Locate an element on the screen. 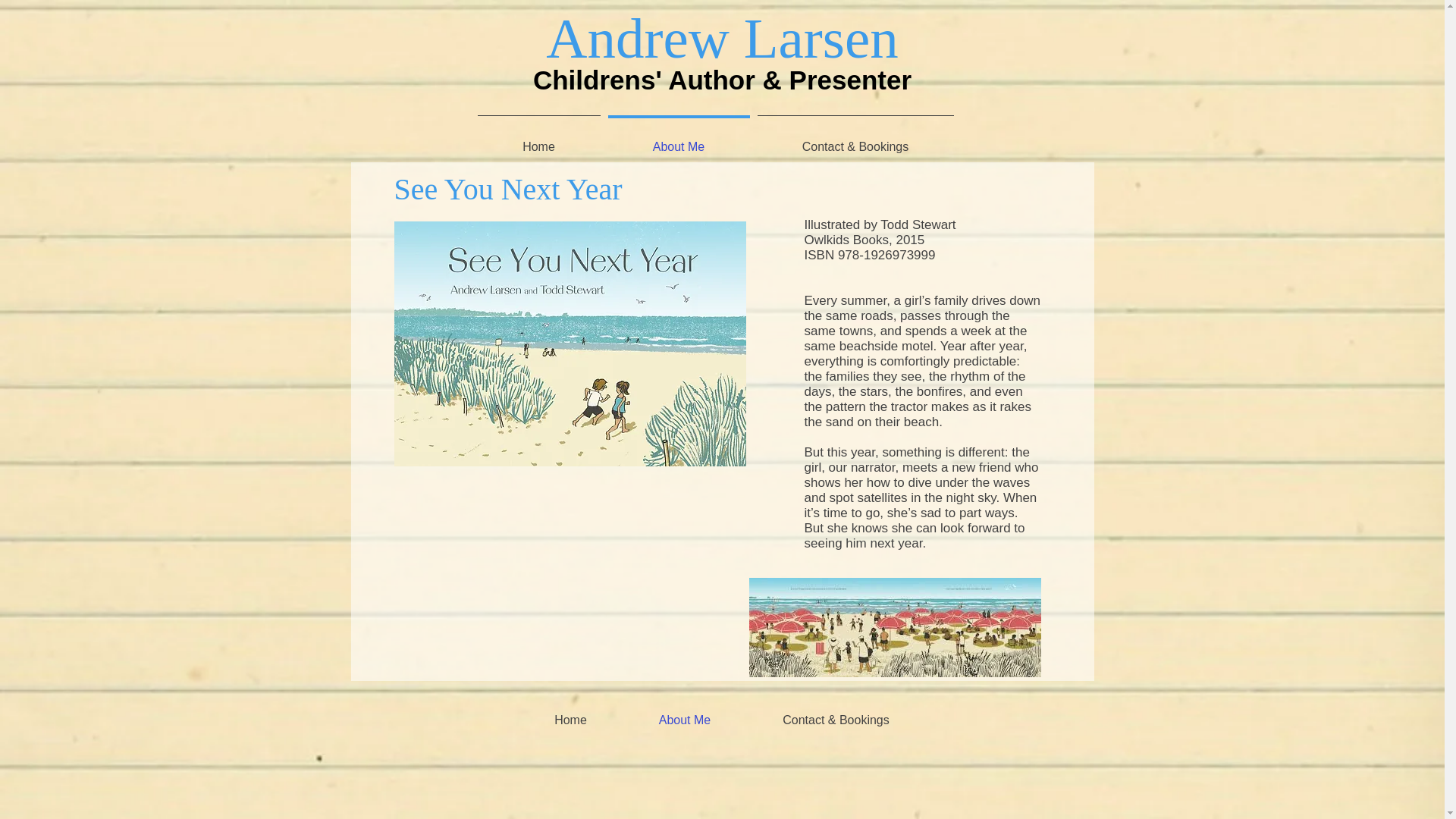 The width and height of the screenshot is (1456, 819). 'About Me' is located at coordinates (684, 719).